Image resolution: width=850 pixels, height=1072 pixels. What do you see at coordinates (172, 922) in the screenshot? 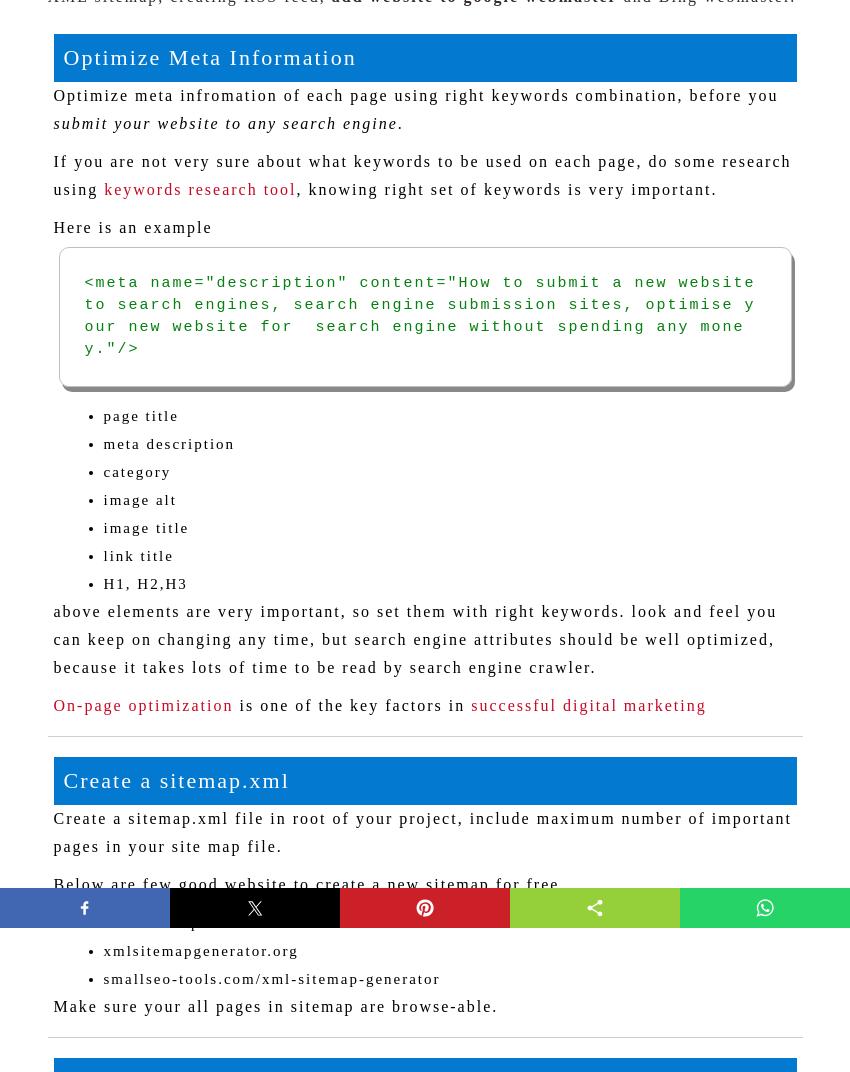
I see `'xml-sitemaps.com'` at bounding box center [172, 922].